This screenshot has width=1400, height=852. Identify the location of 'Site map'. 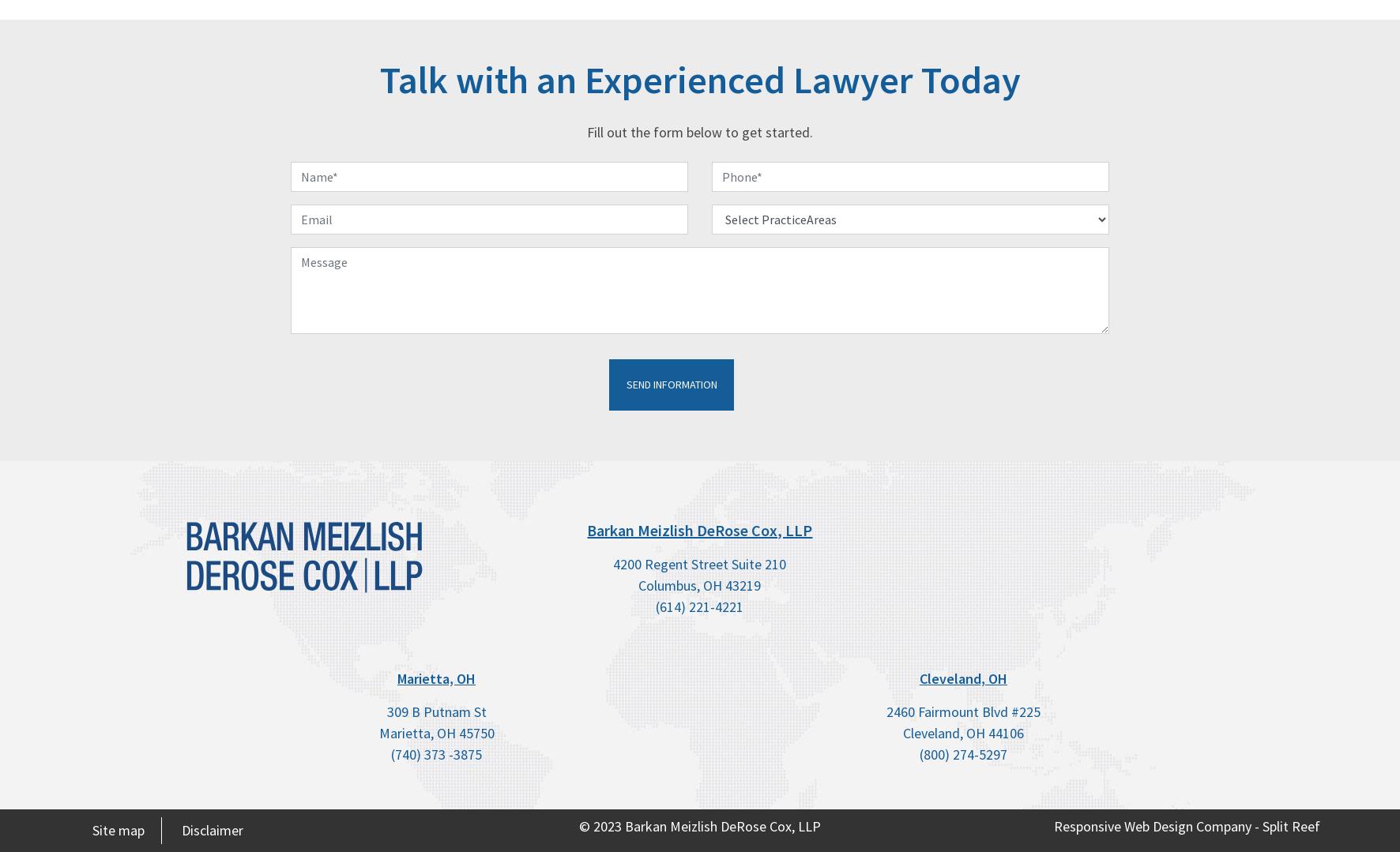
(119, 828).